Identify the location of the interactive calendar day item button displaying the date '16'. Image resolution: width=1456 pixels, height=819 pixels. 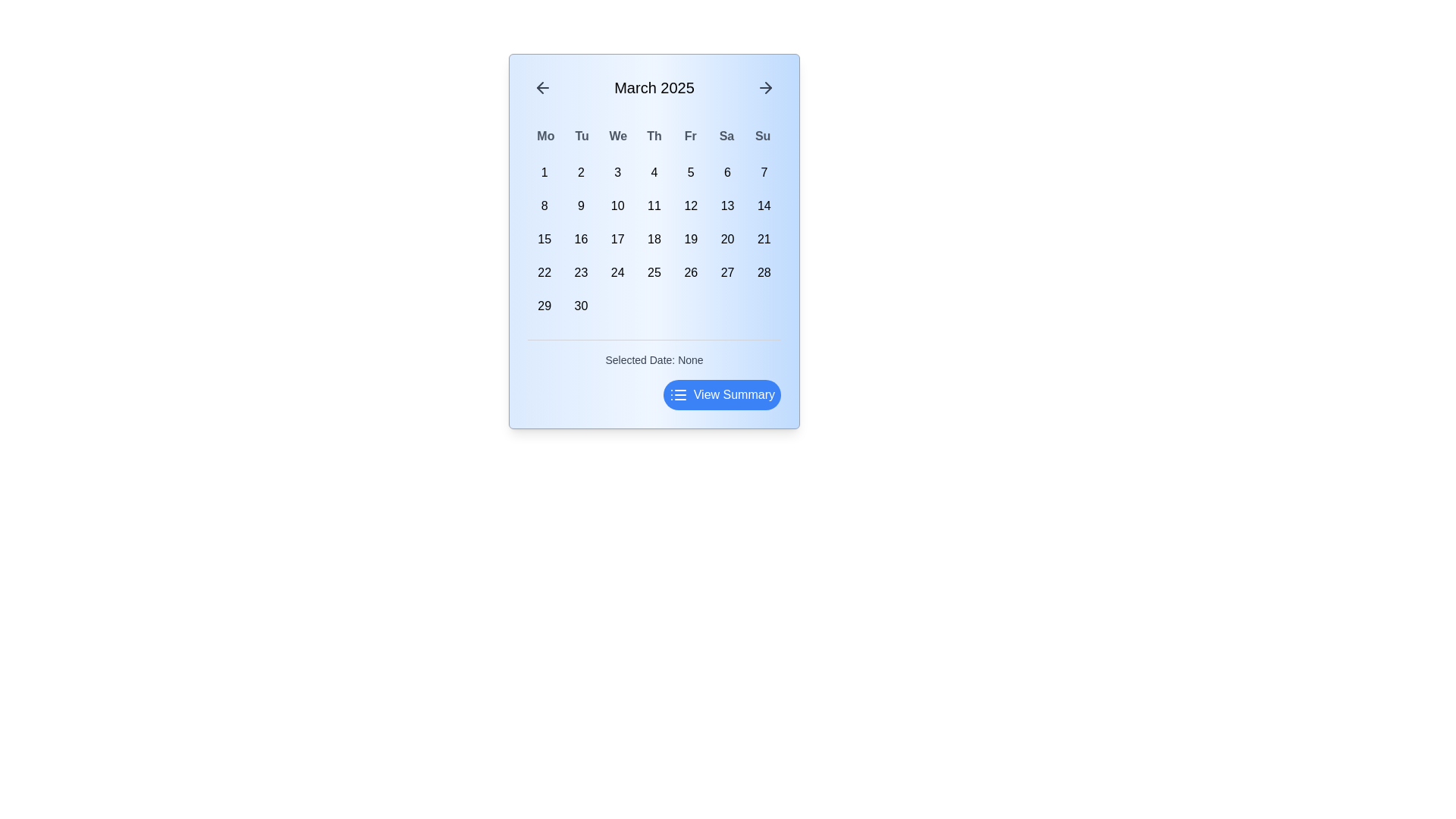
(580, 239).